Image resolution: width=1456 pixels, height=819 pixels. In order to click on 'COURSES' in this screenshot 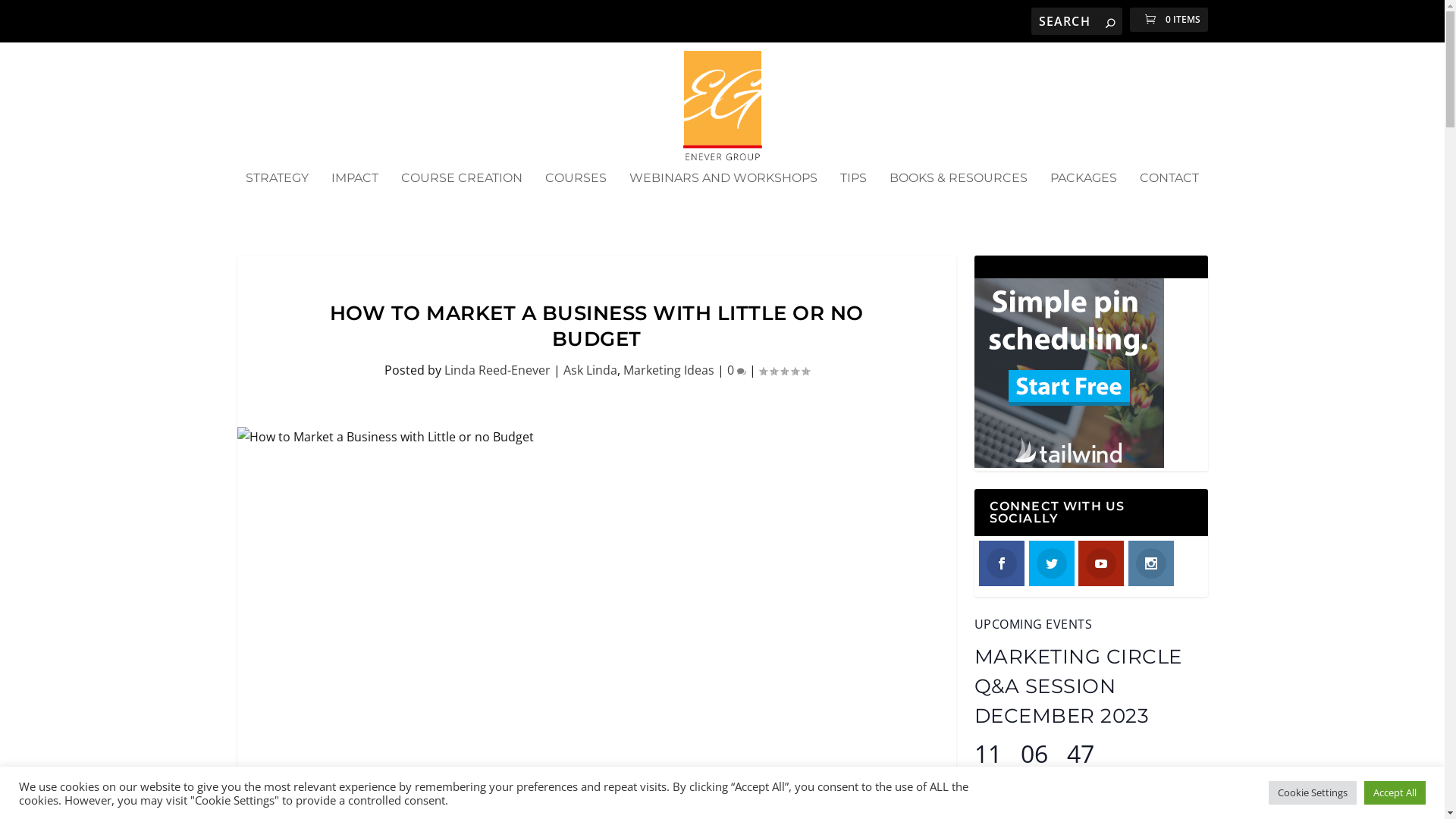, I will do `click(575, 198)`.